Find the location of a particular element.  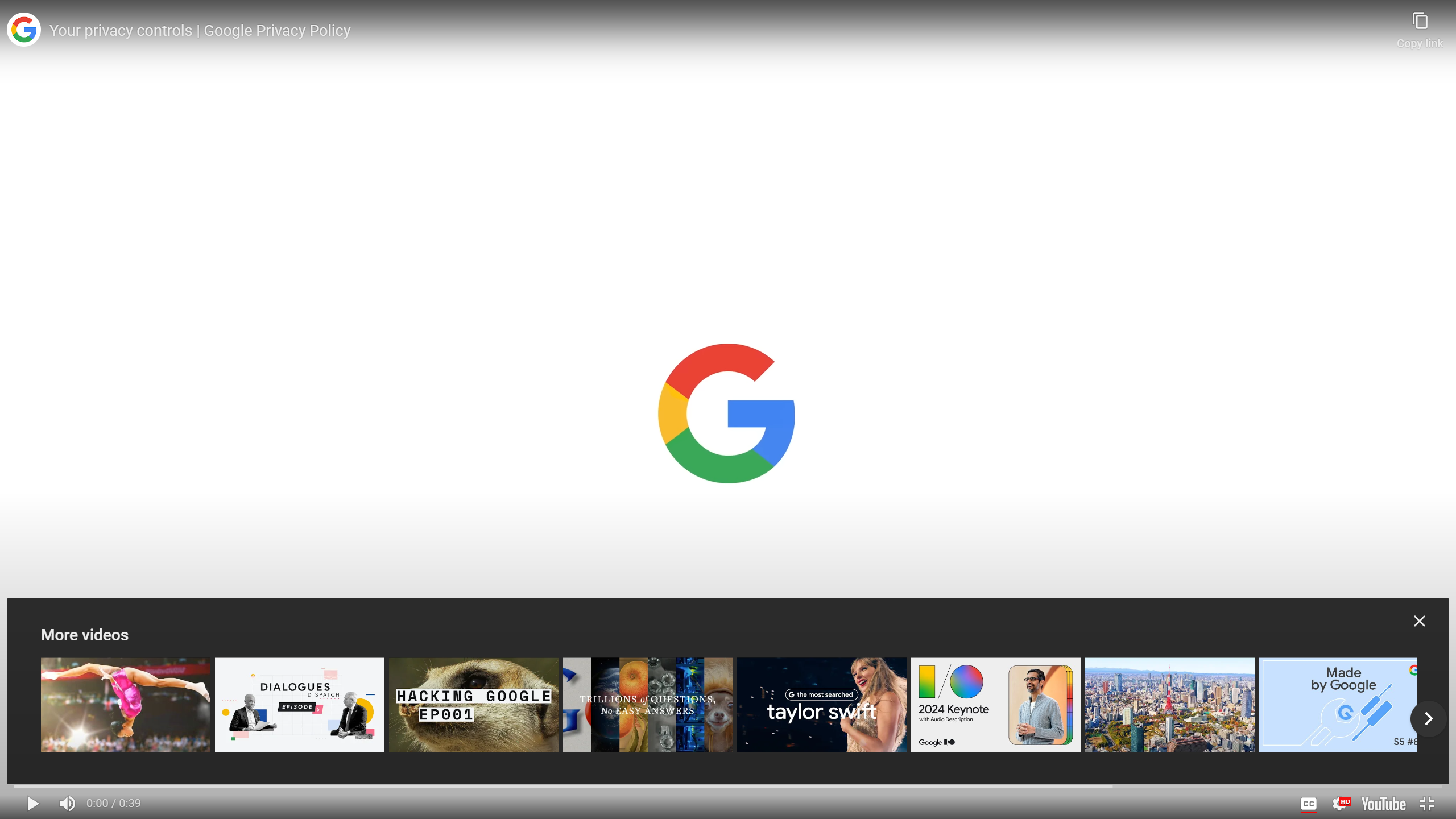

'Show more suggested videos' is located at coordinates (1428, 718).